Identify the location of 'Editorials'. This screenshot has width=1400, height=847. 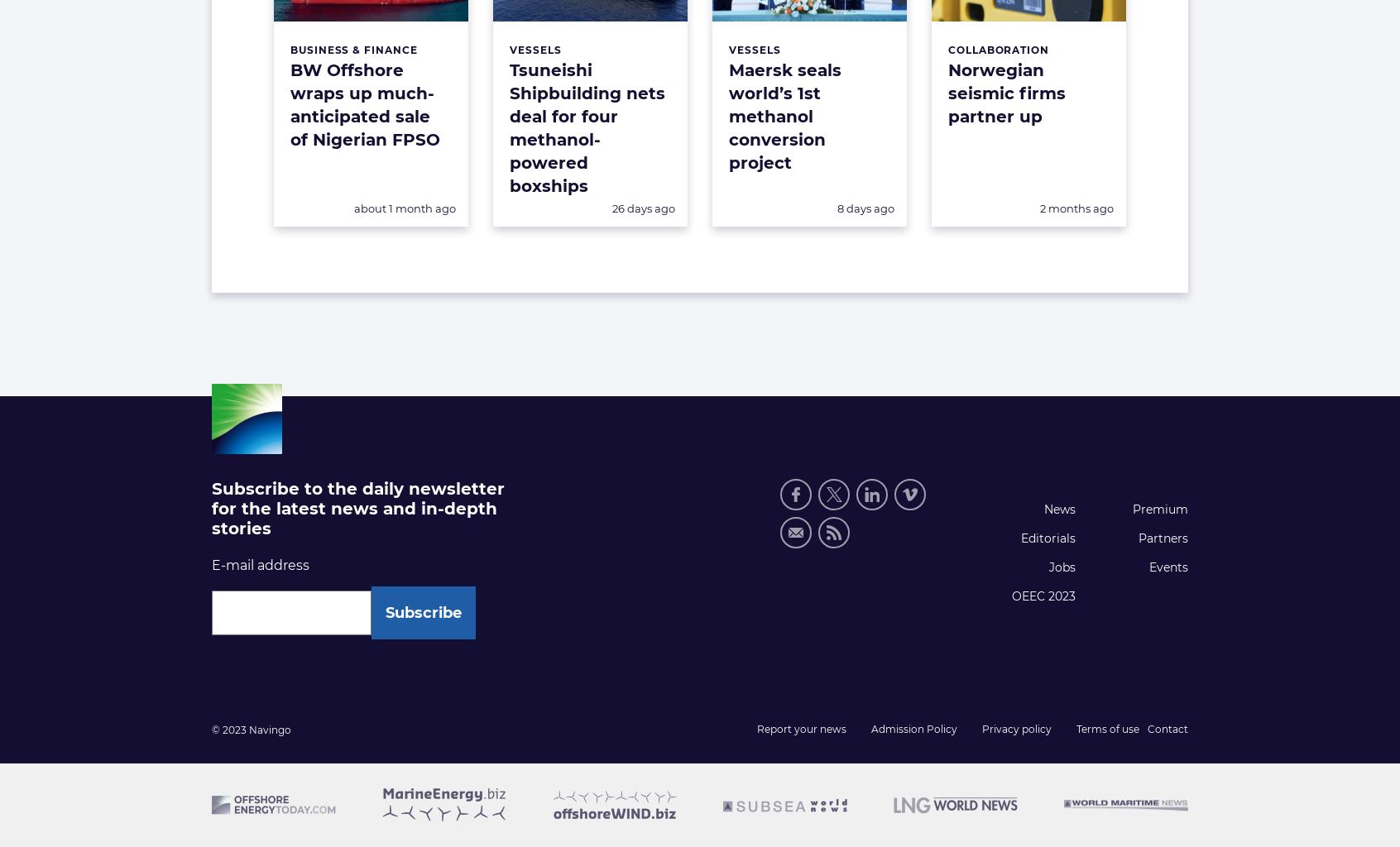
(1047, 537).